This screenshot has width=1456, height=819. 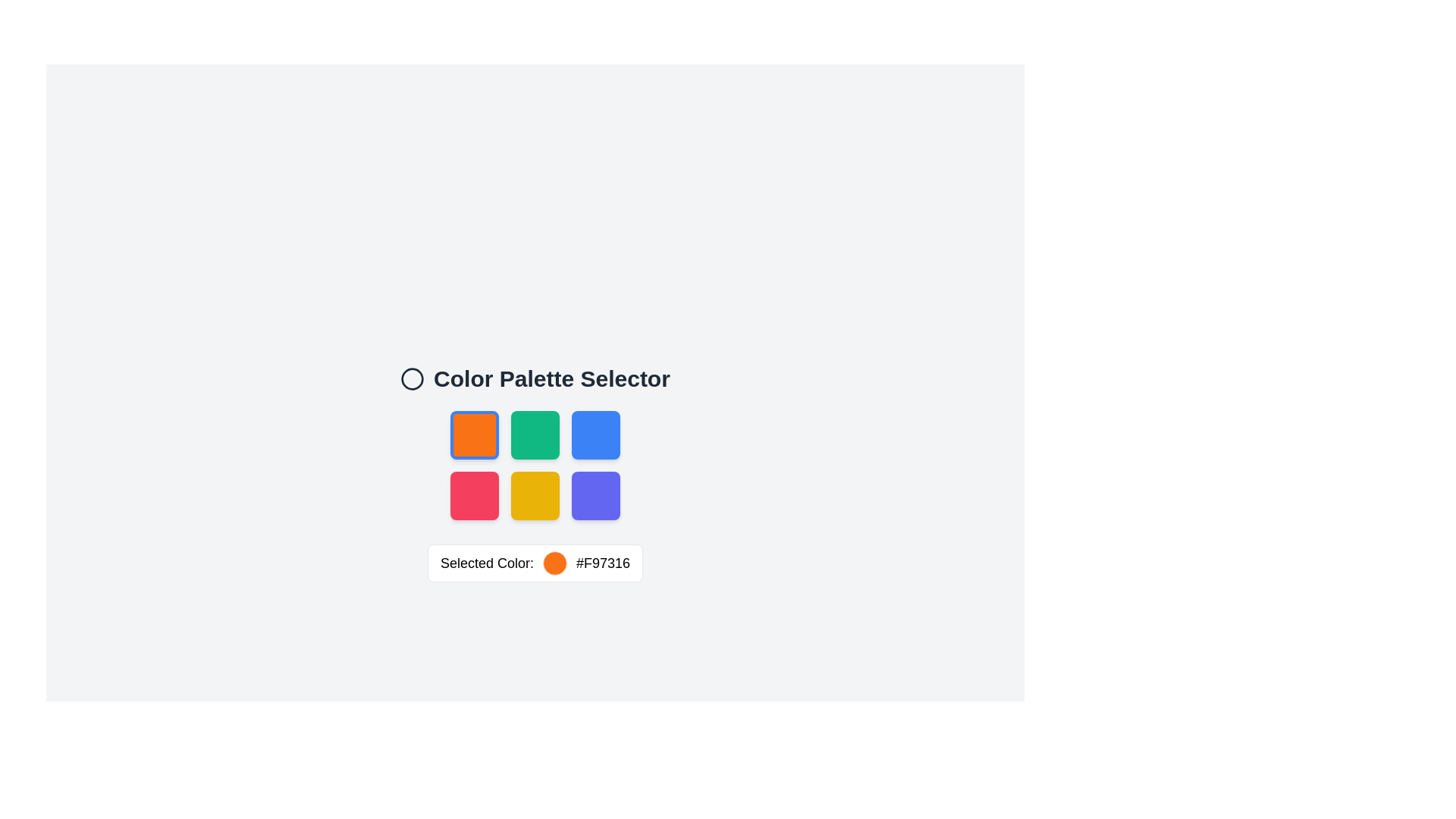 I want to click on the color square located in the second row of the color palette grid, which is the first item in that row, to set this color as the current selection, so click(x=473, y=496).